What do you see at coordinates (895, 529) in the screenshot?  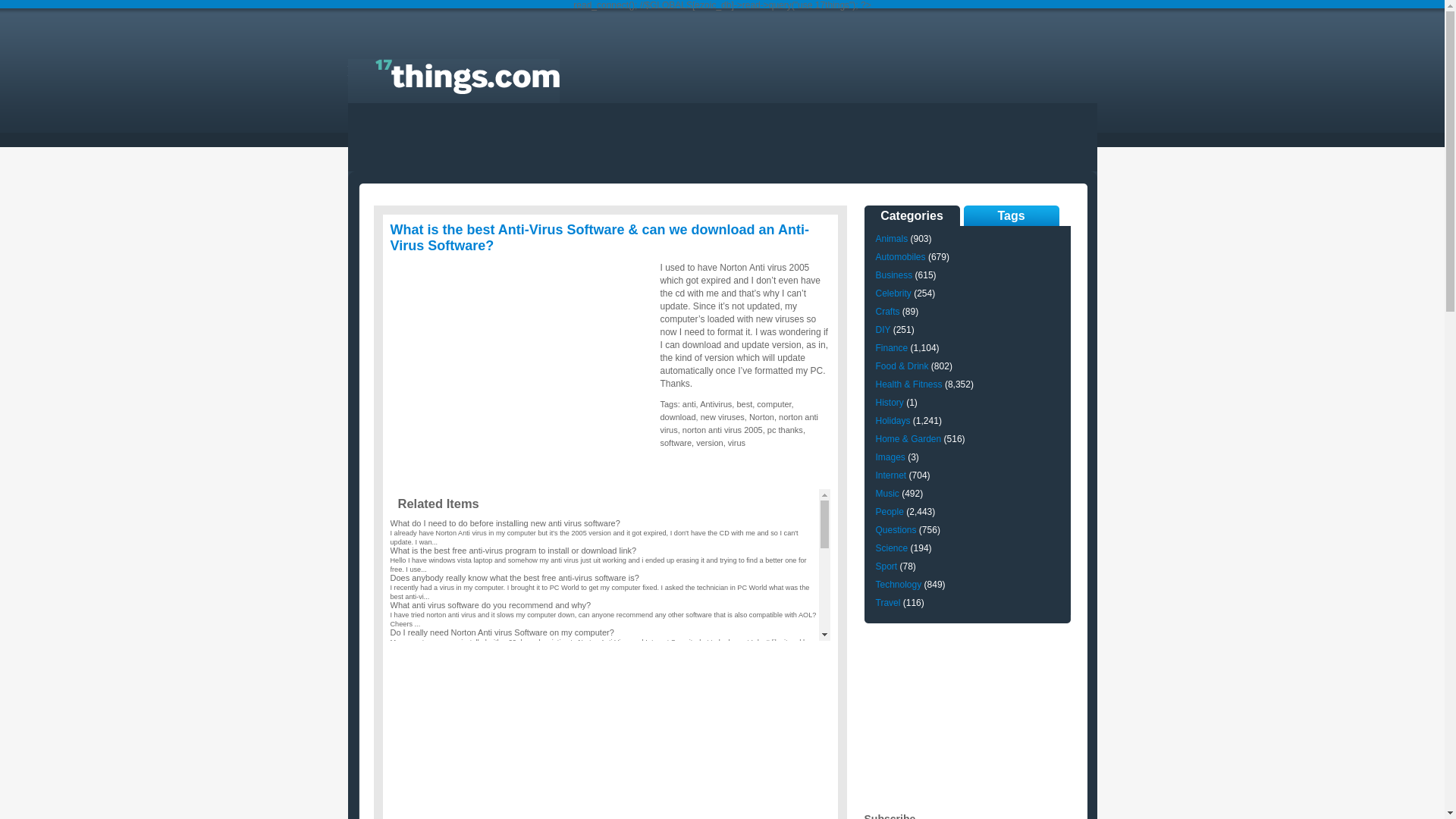 I see `'Questions'` at bounding box center [895, 529].